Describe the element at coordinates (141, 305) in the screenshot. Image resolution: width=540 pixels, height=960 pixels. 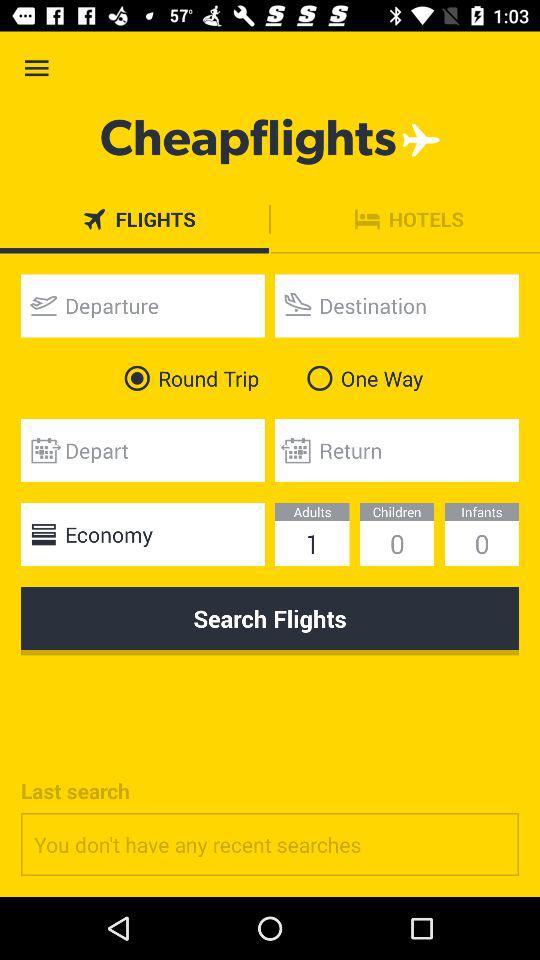
I see `option` at that location.